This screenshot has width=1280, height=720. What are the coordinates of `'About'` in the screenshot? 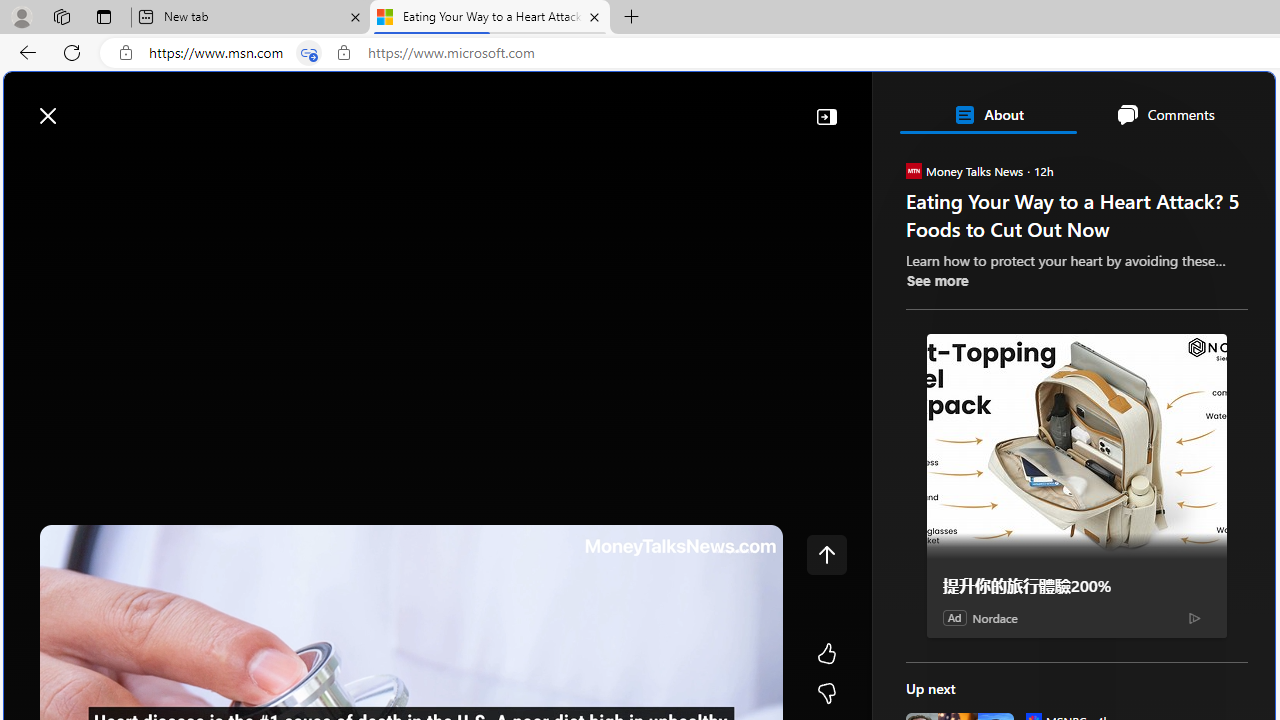 It's located at (987, 114).